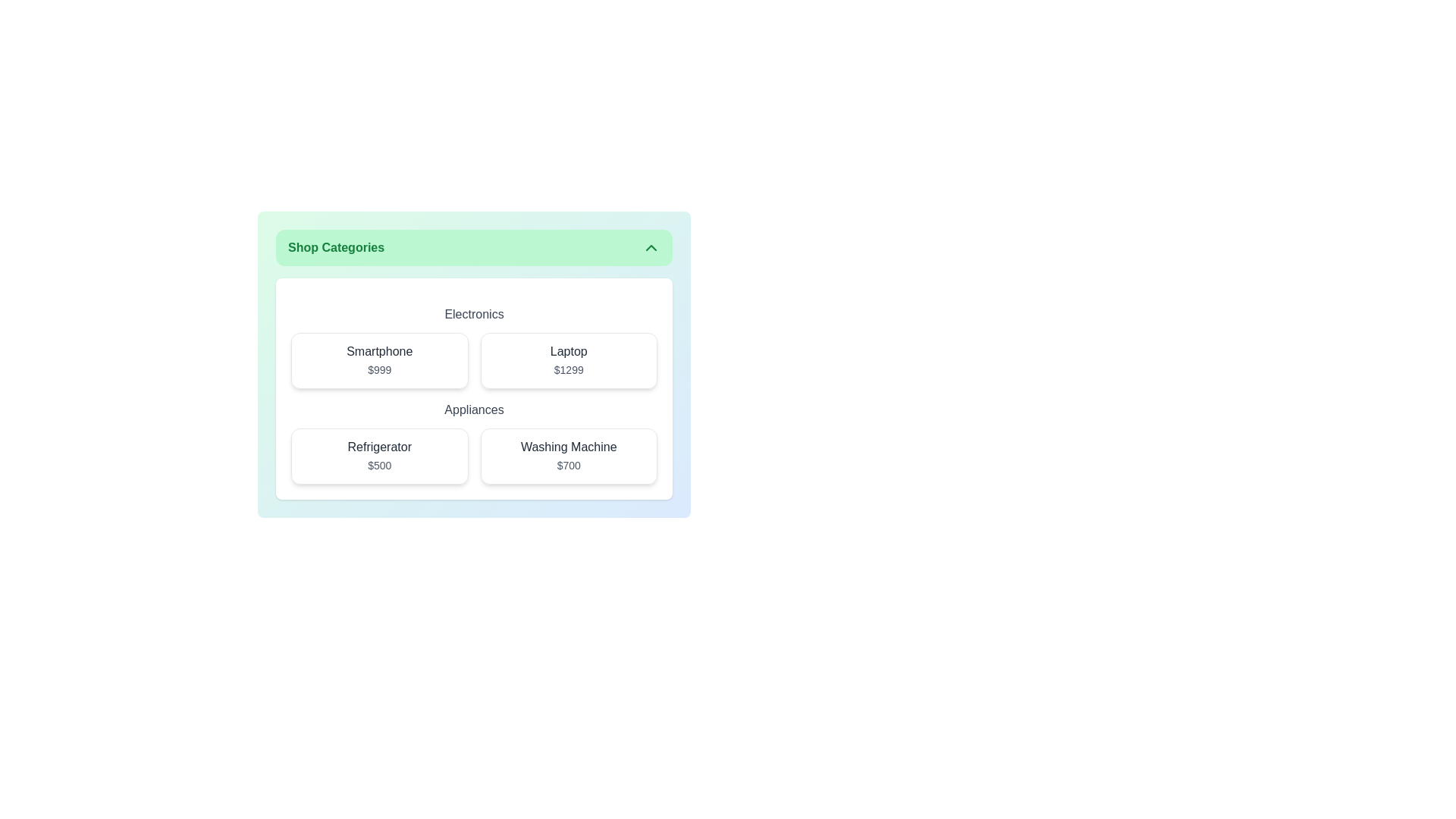  Describe the element at coordinates (379, 464) in the screenshot. I see `the static text label indicating the price of the 'Refrigerator' as $500, located at the bottom center of the product card` at that location.